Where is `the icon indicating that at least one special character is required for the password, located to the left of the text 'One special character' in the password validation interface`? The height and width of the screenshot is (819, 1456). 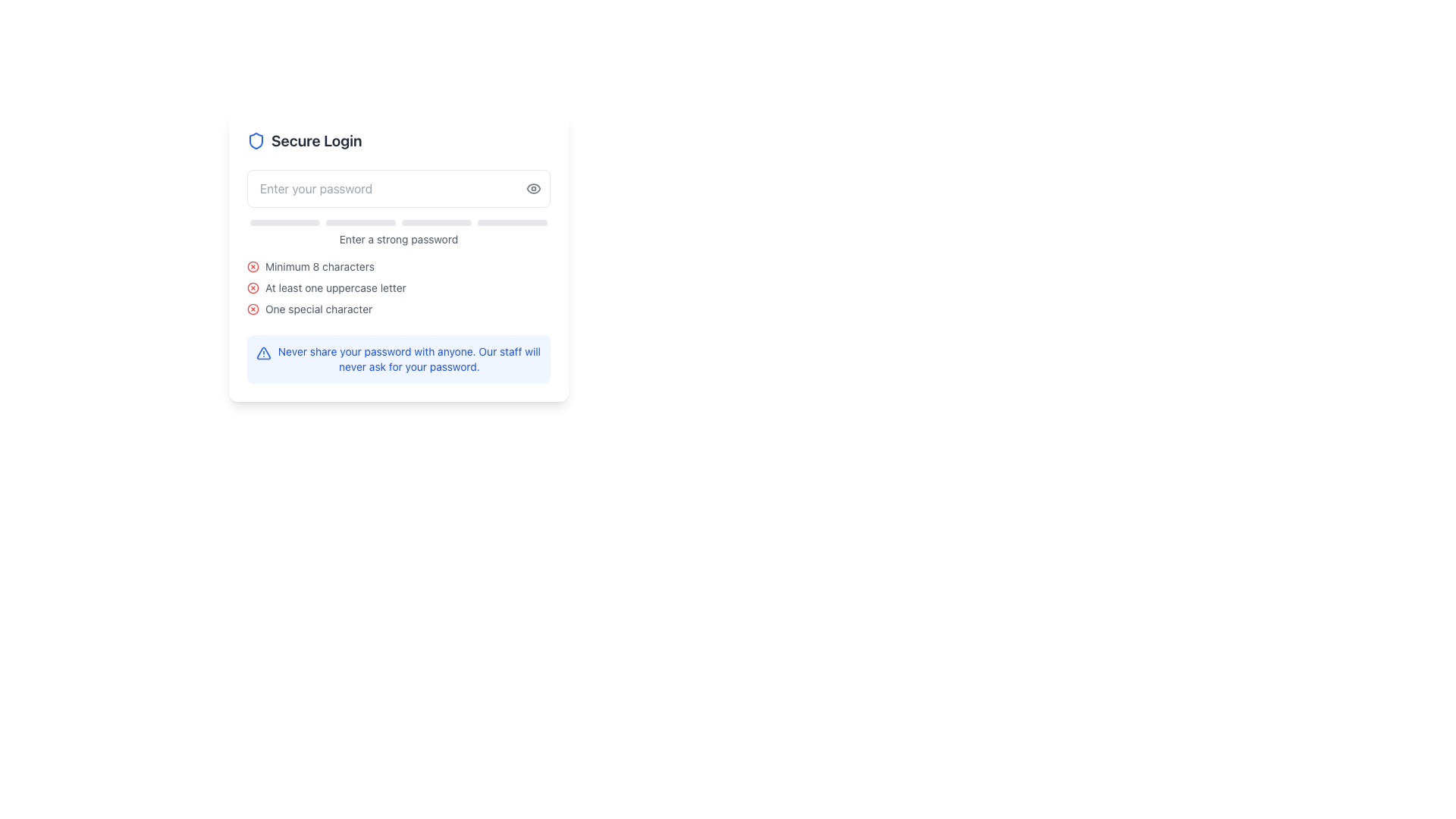 the icon indicating that at least one special character is required for the password, located to the left of the text 'One special character' in the password validation interface is located at coordinates (253, 309).